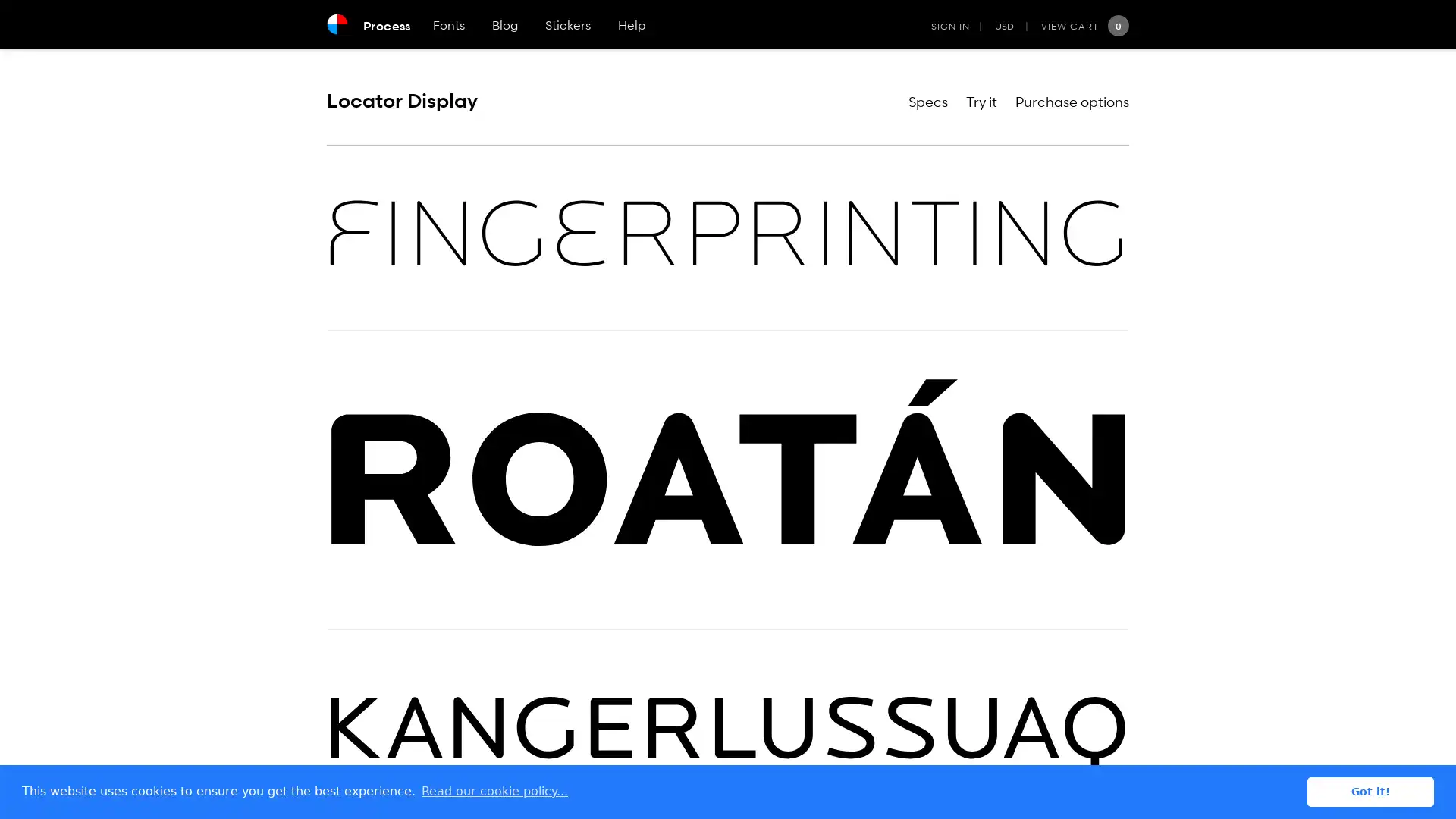  Describe the element at coordinates (494, 791) in the screenshot. I see `learn more about cookies` at that location.